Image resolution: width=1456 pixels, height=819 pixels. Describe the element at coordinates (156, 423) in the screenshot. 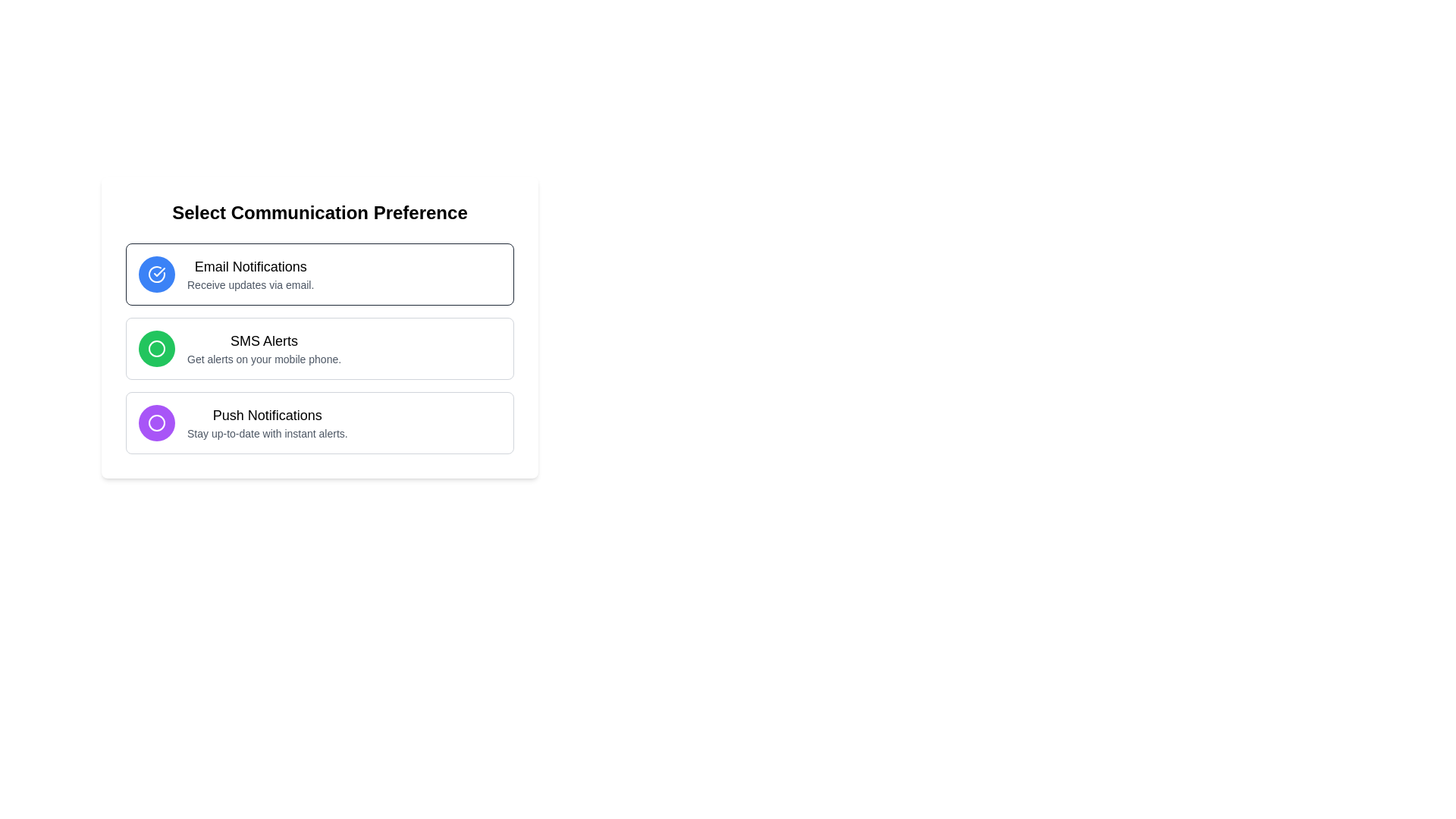

I see `the circular icon with a purple background and white outline located at the top-left corner of the 'Push Notifications' button` at that location.